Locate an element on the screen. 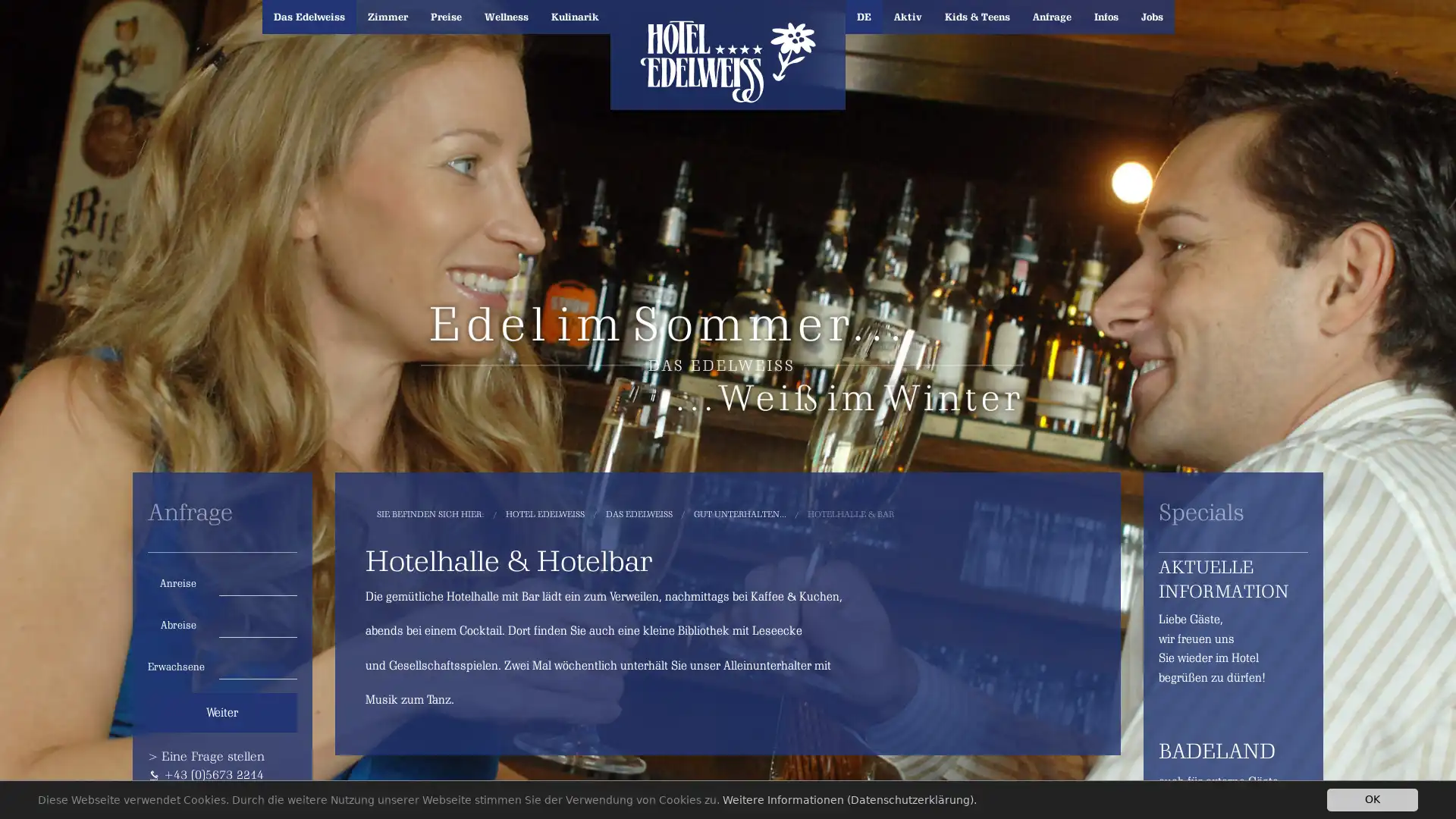 This screenshot has width=1456, height=819. Weiter is located at coordinates (221, 711).